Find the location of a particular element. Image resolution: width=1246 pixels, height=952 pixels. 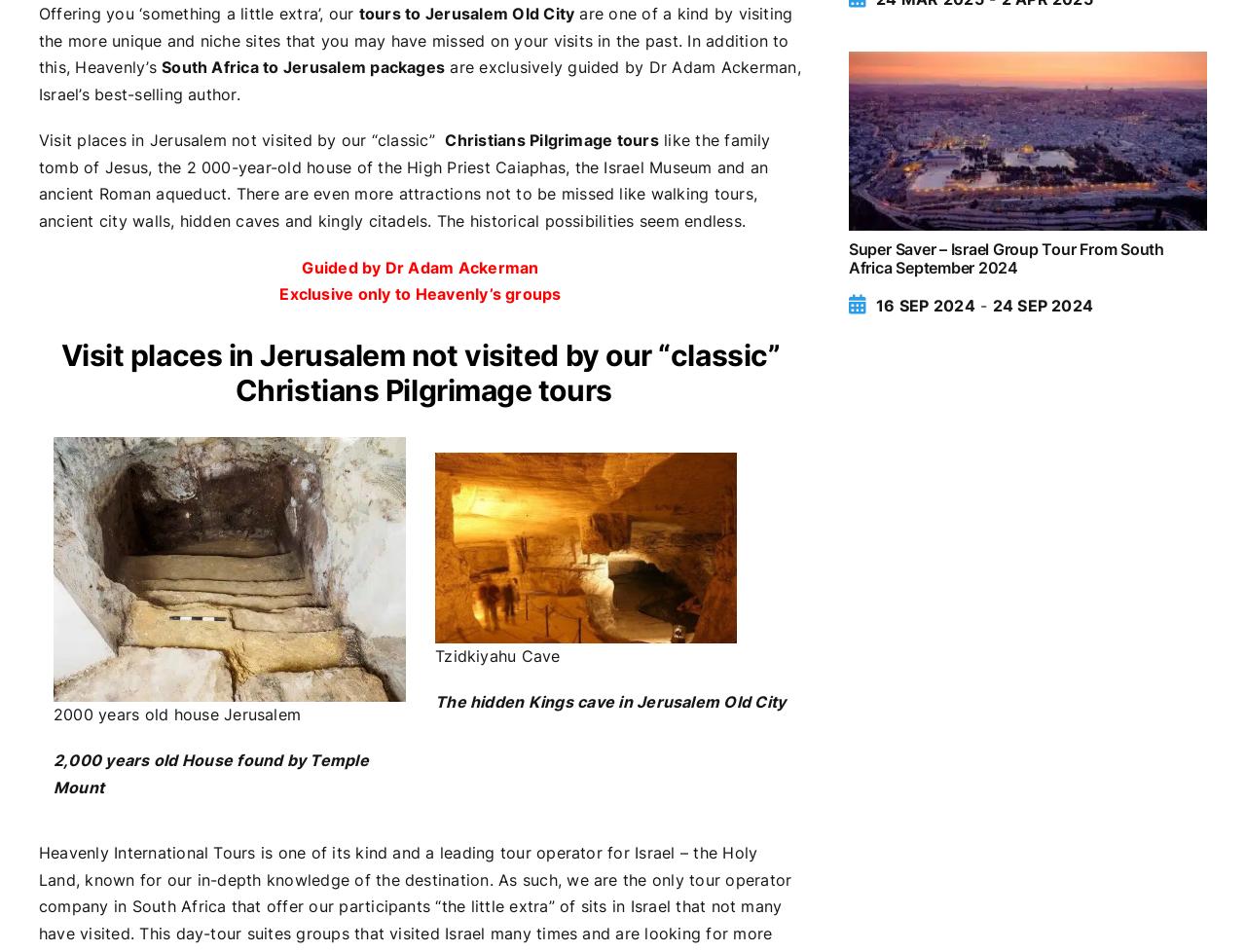

'2000 years old house Jerusalem' is located at coordinates (54, 714).